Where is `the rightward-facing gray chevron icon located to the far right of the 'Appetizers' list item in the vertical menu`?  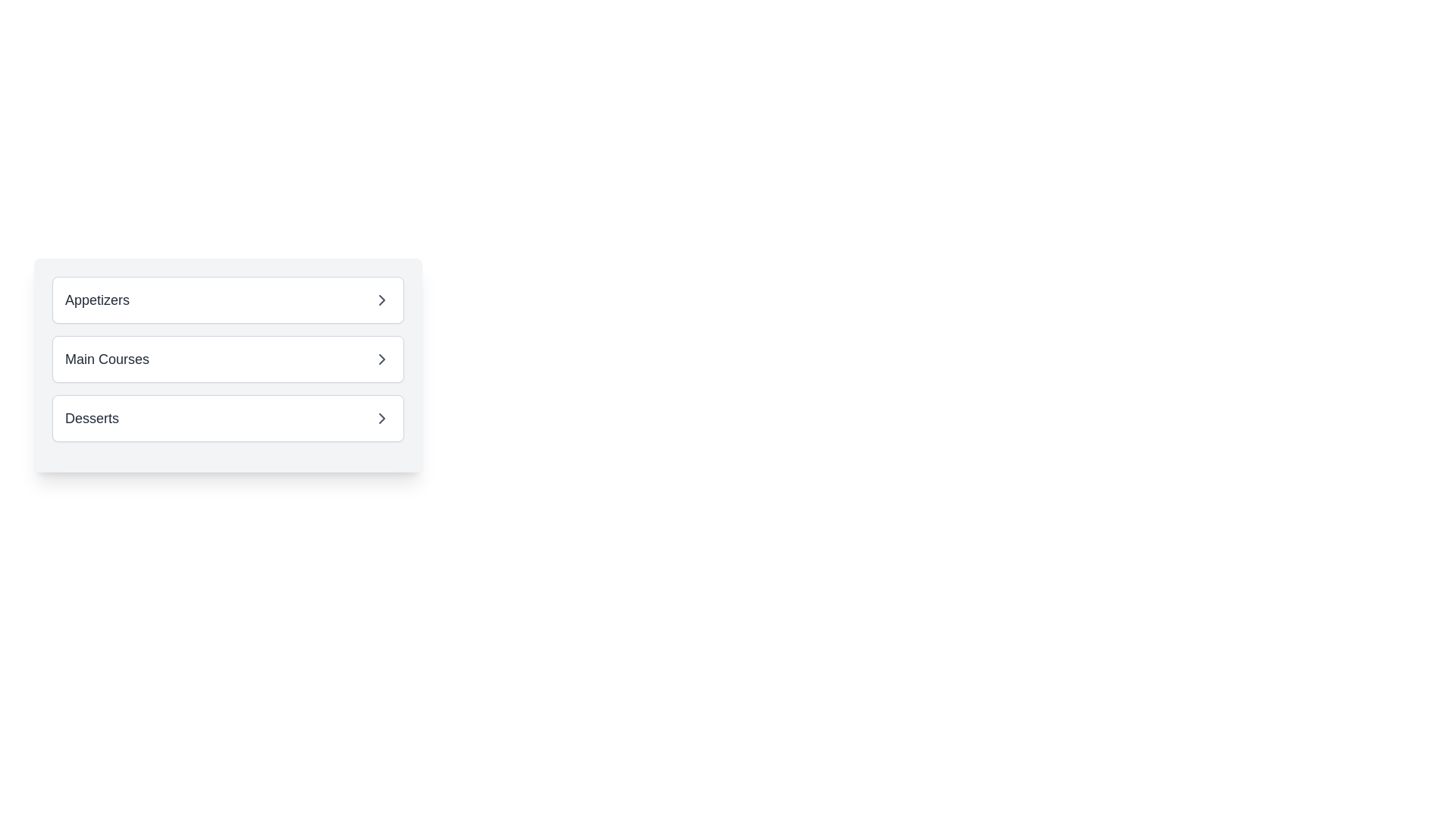 the rightward-facing gray chevron icon located to the far right of the 'Appetizers' list item in the vertical menu is located at coordinates (382, 300).